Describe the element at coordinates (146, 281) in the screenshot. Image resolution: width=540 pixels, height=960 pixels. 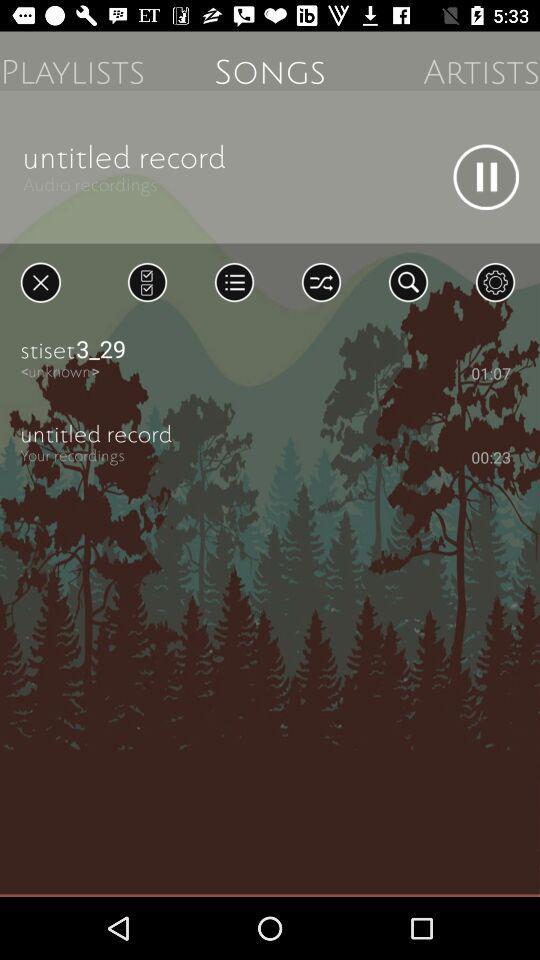
I see `show selected record` at that location.